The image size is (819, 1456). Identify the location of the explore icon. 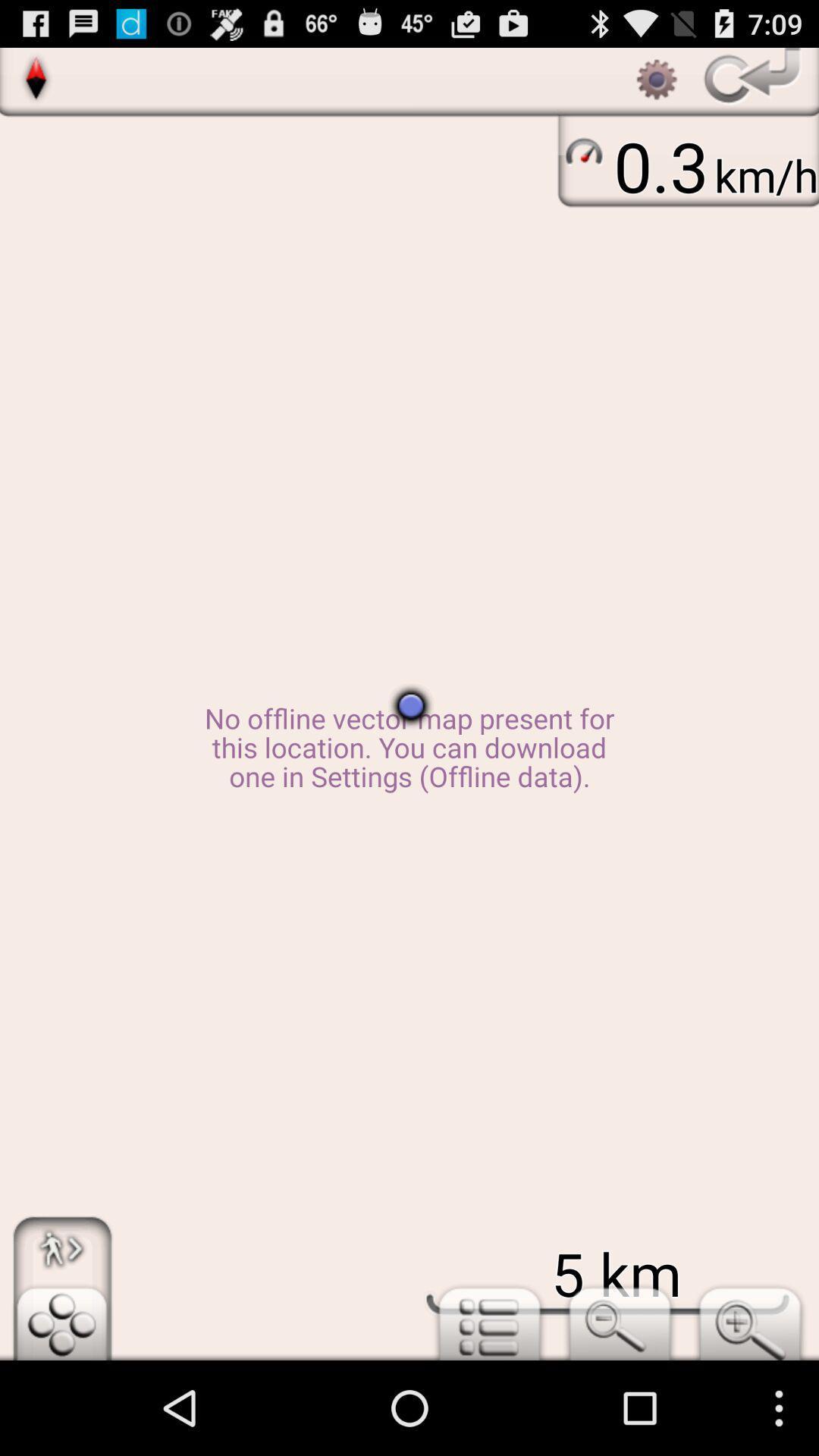
(34, 83).